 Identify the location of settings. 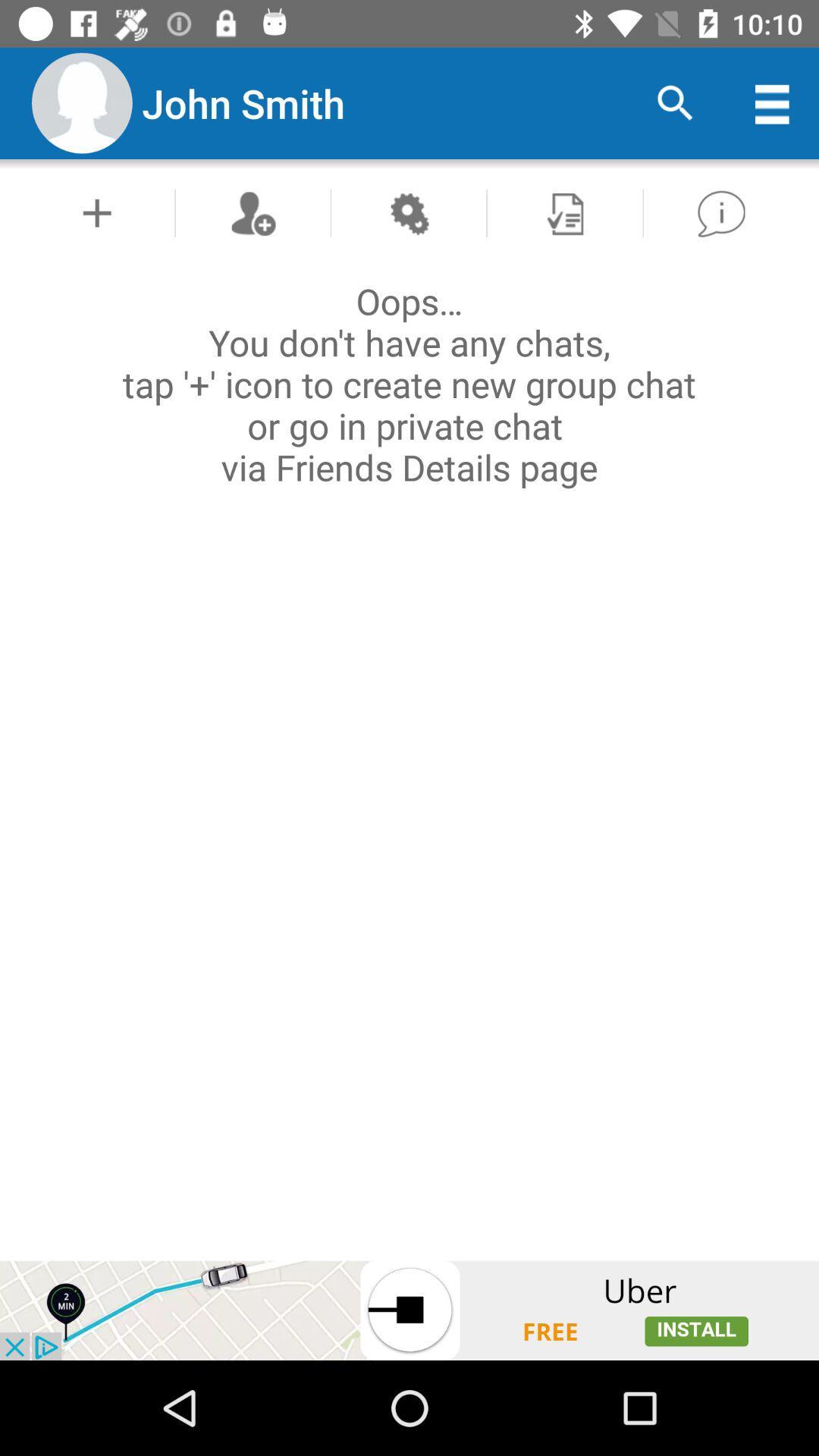
(408, 212).